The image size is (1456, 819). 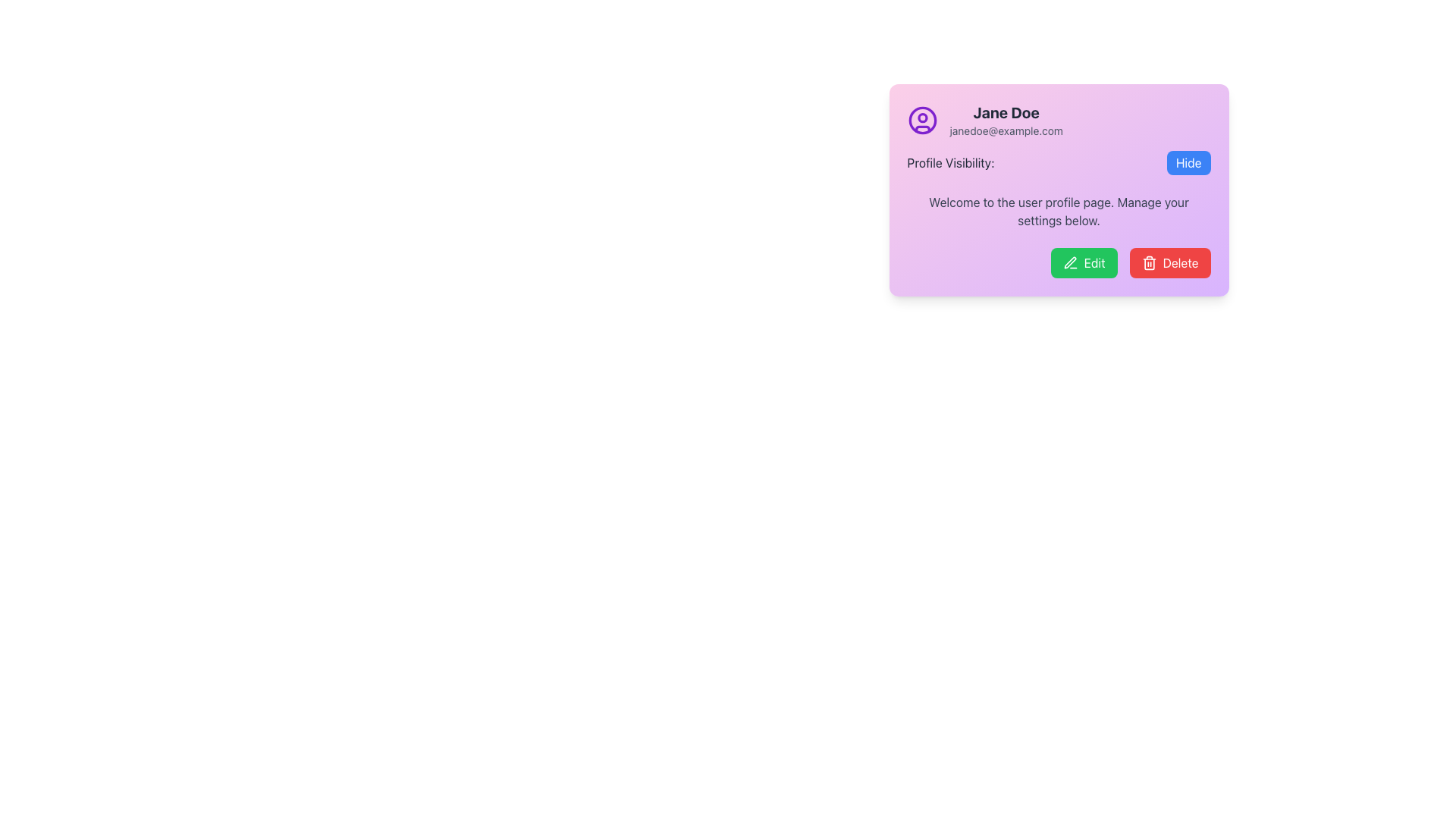 What do you see at coordinates (1006, 112) in the screenshot?
I see `the text label displaying 'Jane Doe' in bold, extra-large font and dark gray color, located inside a light purple card` at bounding box center [1006, 112].